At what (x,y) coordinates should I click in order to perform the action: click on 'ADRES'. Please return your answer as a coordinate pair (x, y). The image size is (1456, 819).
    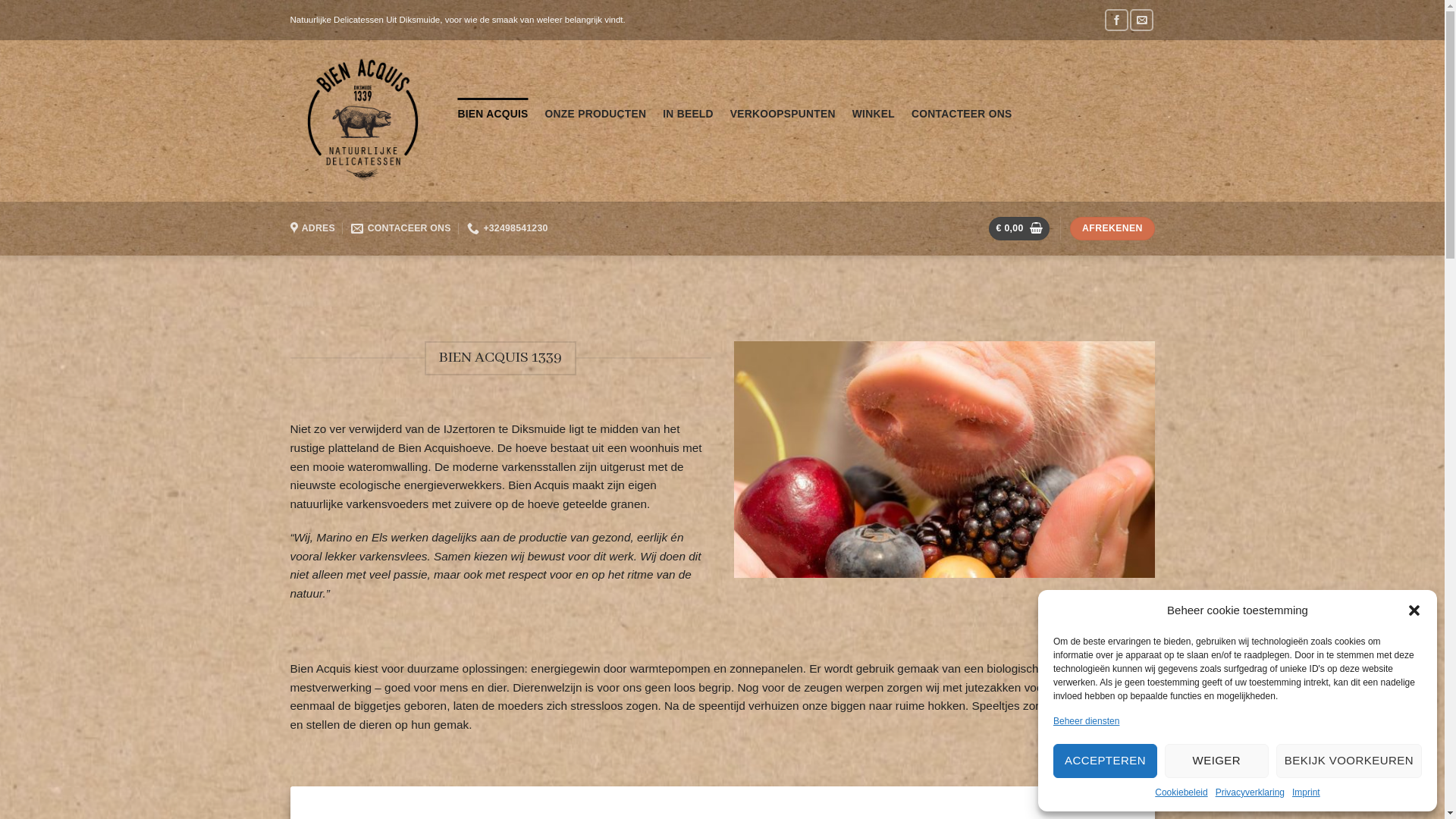
    Looking at the image, I should click on (311, 228).